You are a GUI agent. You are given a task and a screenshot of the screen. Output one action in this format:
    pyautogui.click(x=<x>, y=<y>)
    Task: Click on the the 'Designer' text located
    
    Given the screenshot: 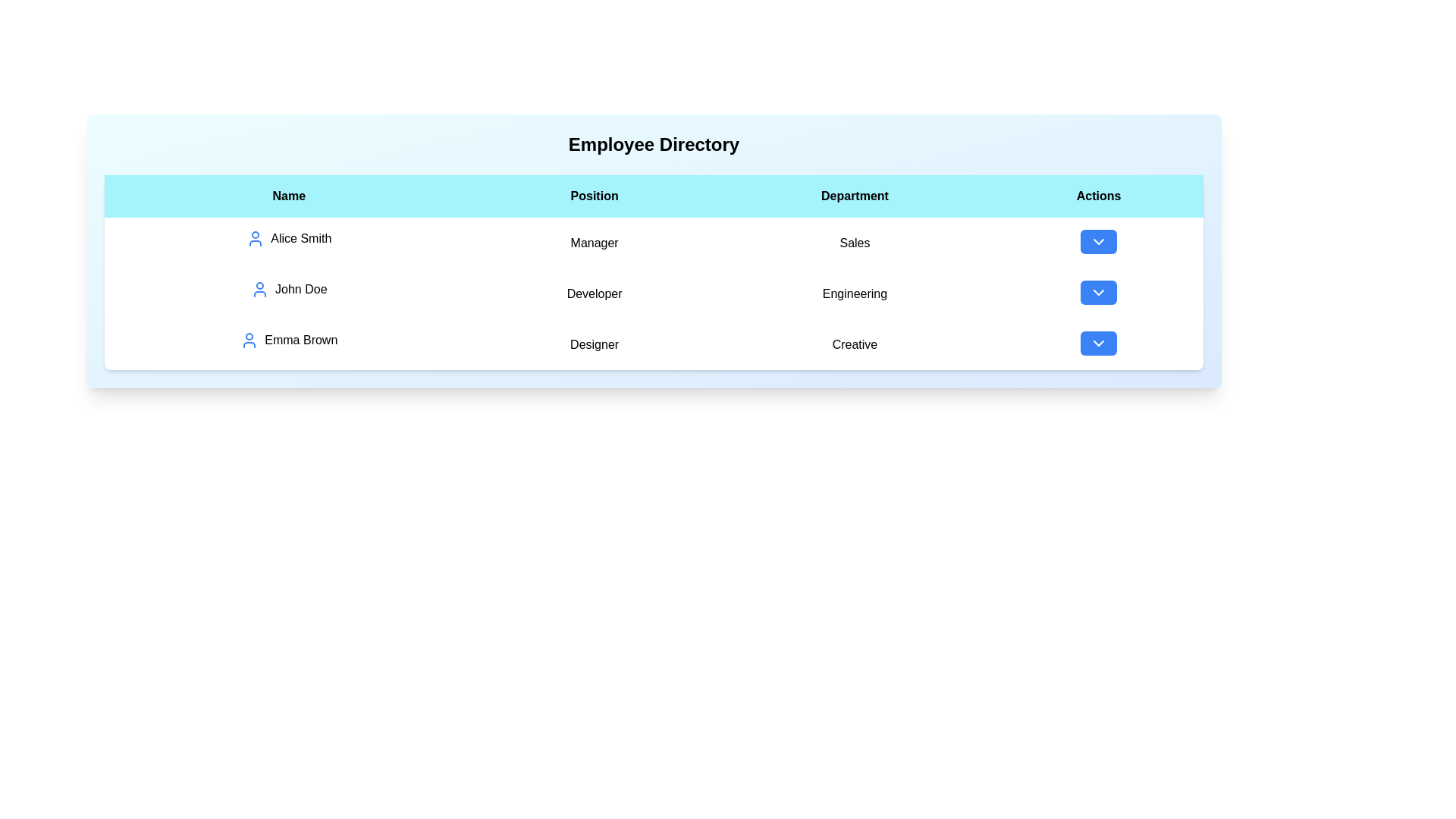 What is the action you would take?
    pyautogui.click(x=593, y=344)
    